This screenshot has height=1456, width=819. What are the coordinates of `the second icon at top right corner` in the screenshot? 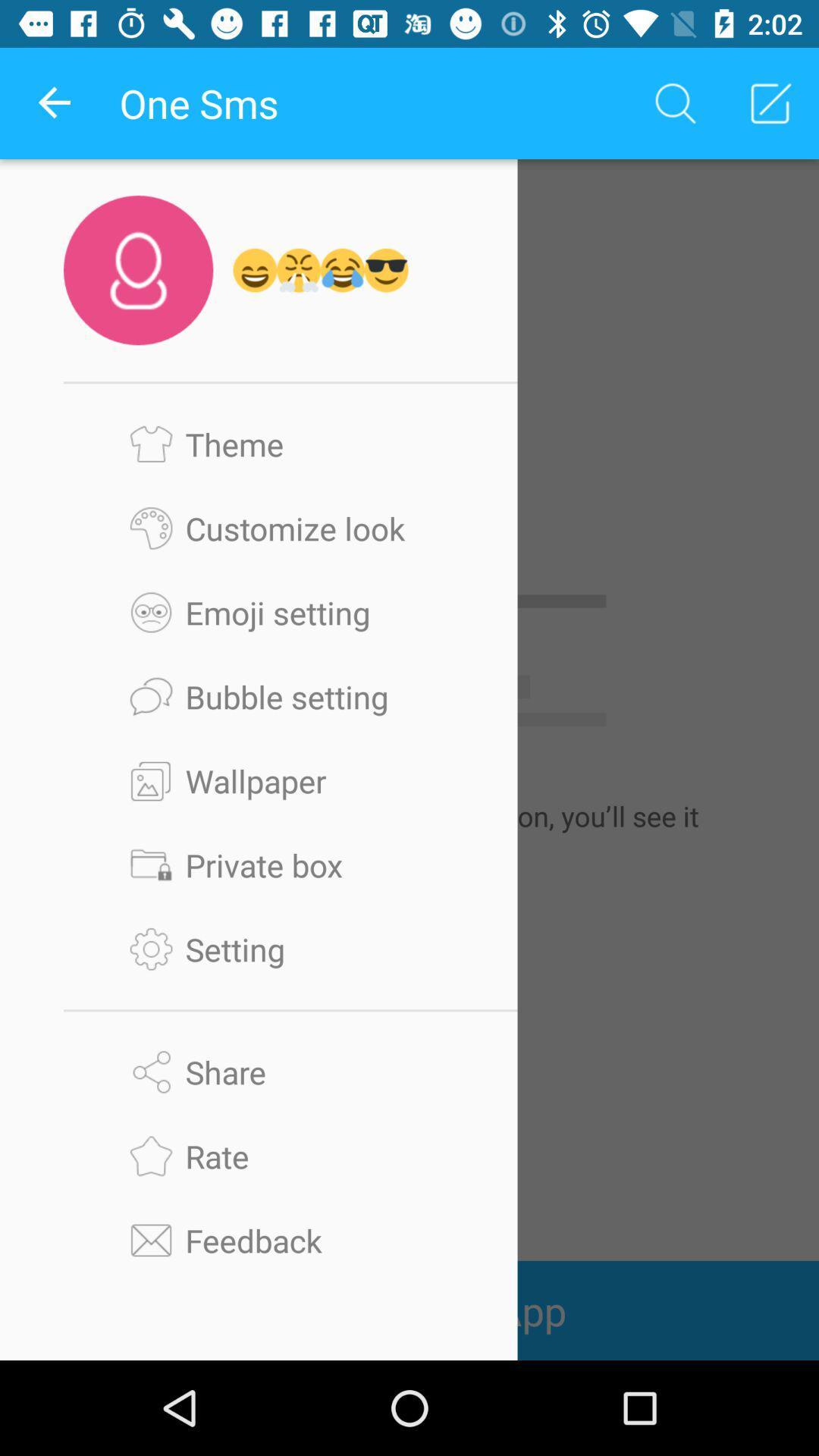 It's located at (771, 103).